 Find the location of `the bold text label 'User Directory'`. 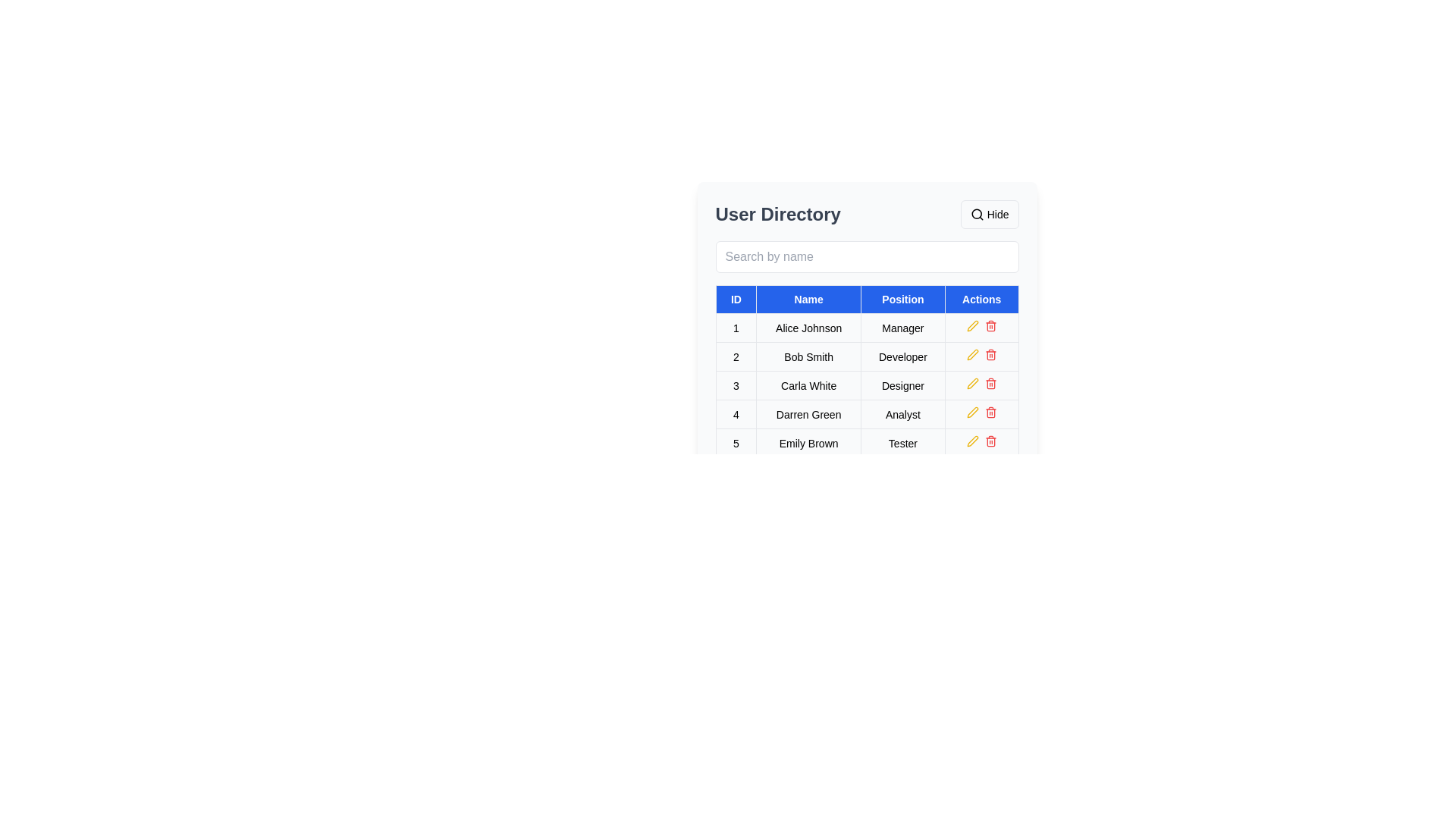

the bold text label 'User Directory' is located at coordinates (778, 214).